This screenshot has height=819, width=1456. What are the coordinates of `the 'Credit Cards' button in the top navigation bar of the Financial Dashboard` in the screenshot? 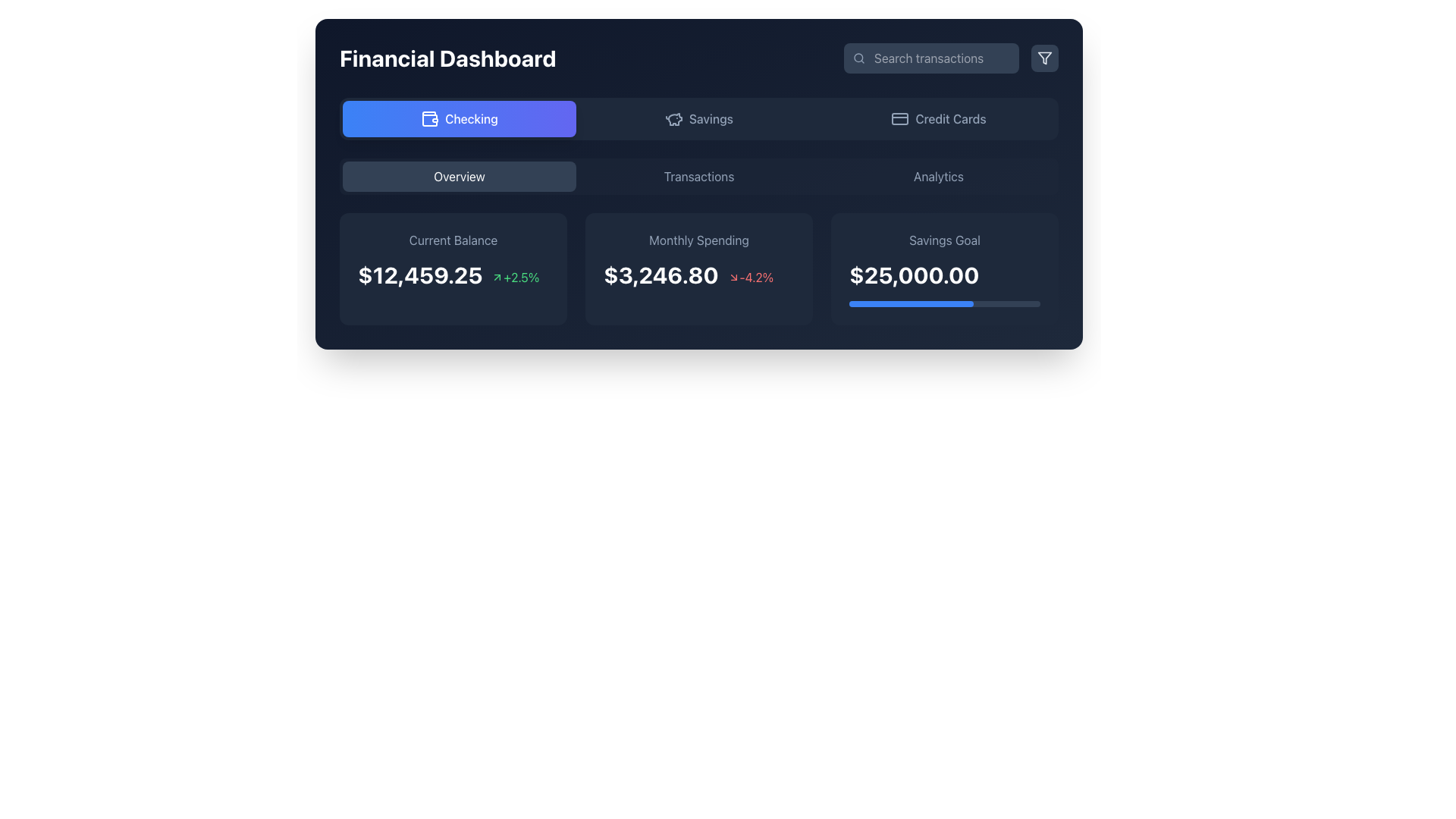 It's located at (900, 118).